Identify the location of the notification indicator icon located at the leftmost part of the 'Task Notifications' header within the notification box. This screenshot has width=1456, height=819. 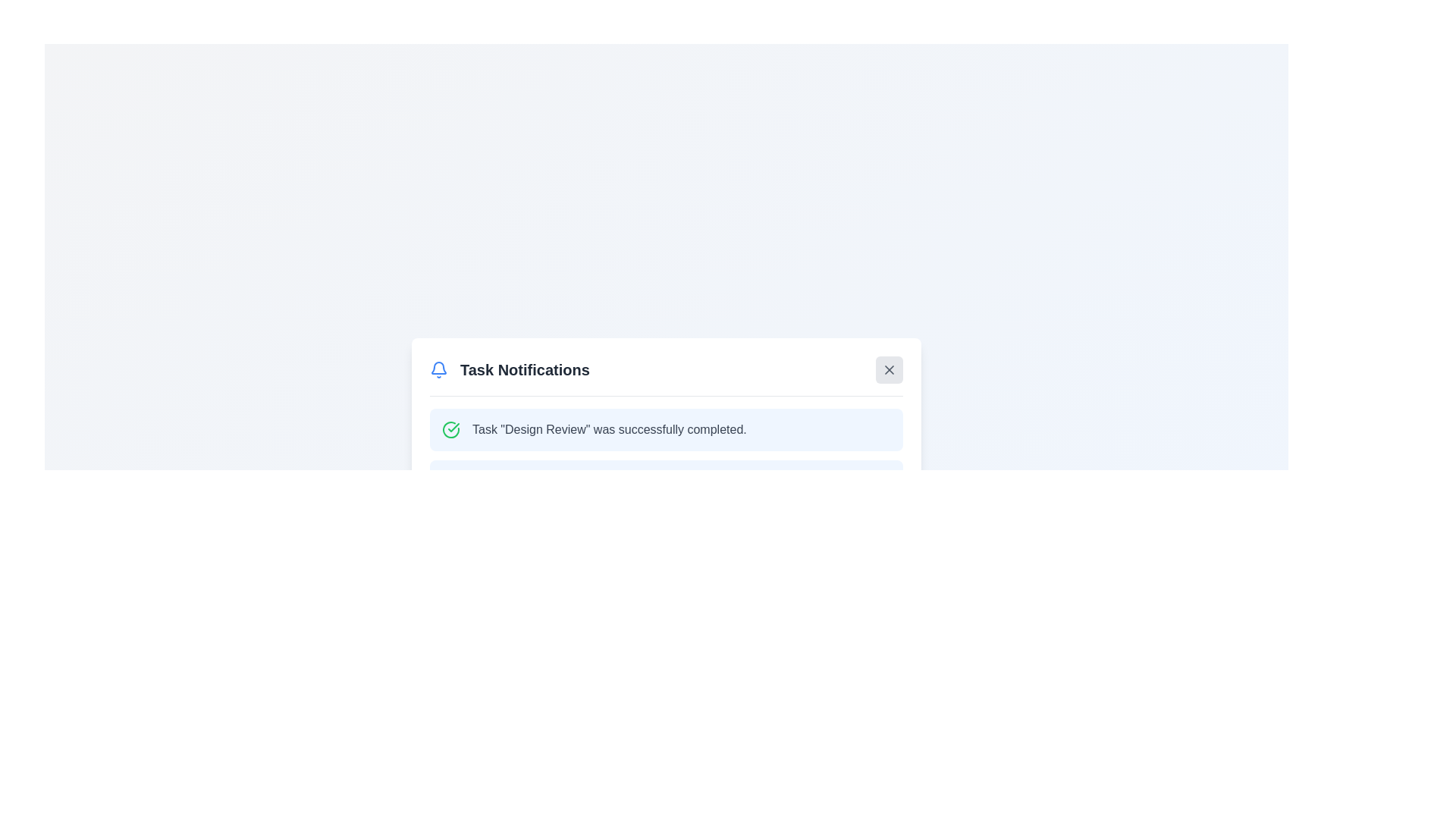
(438, 369).